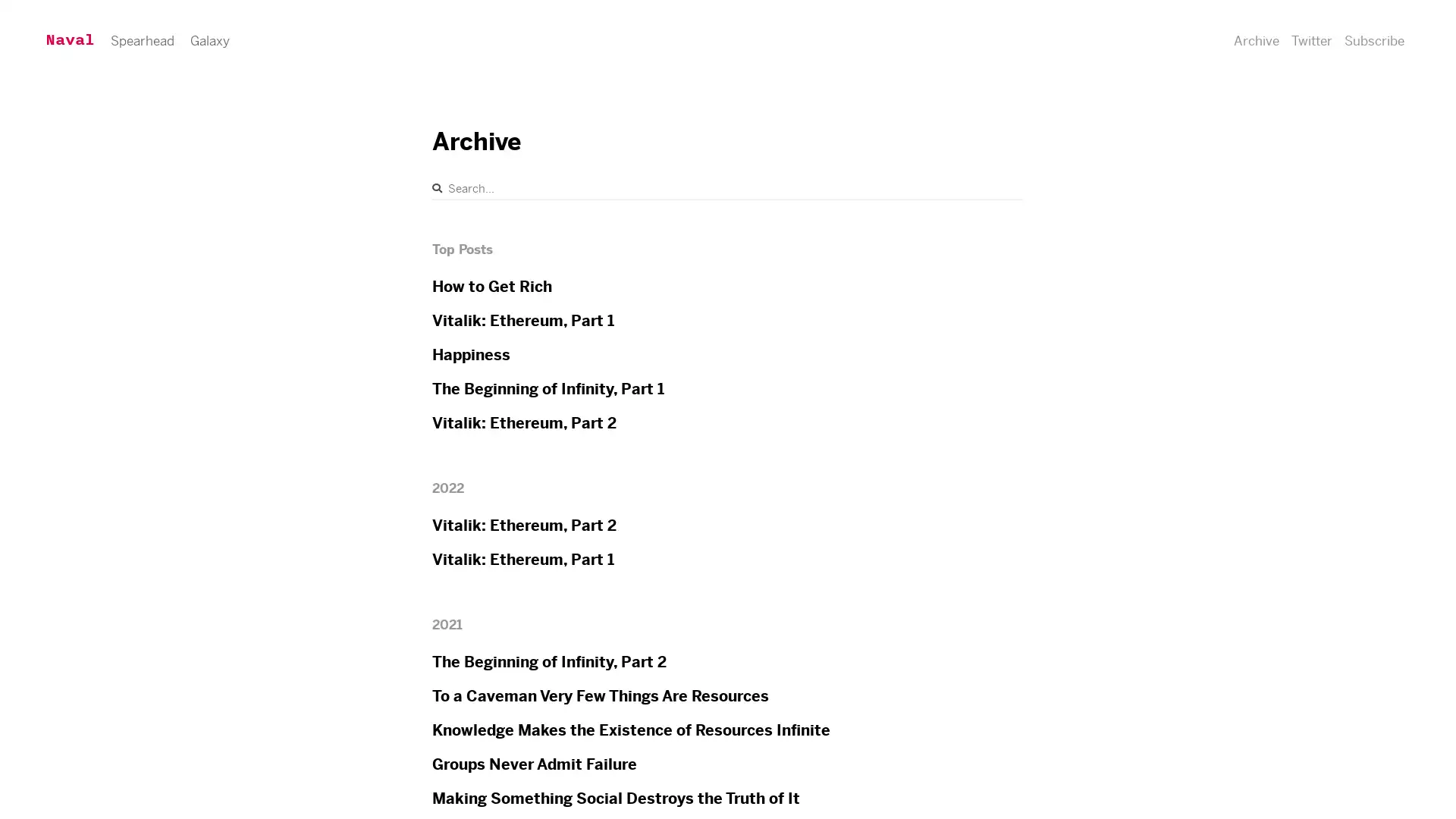  What do you see at coordinates (436, 187) in the screenshot?
I see `Search` at bounding box center [436, 187].